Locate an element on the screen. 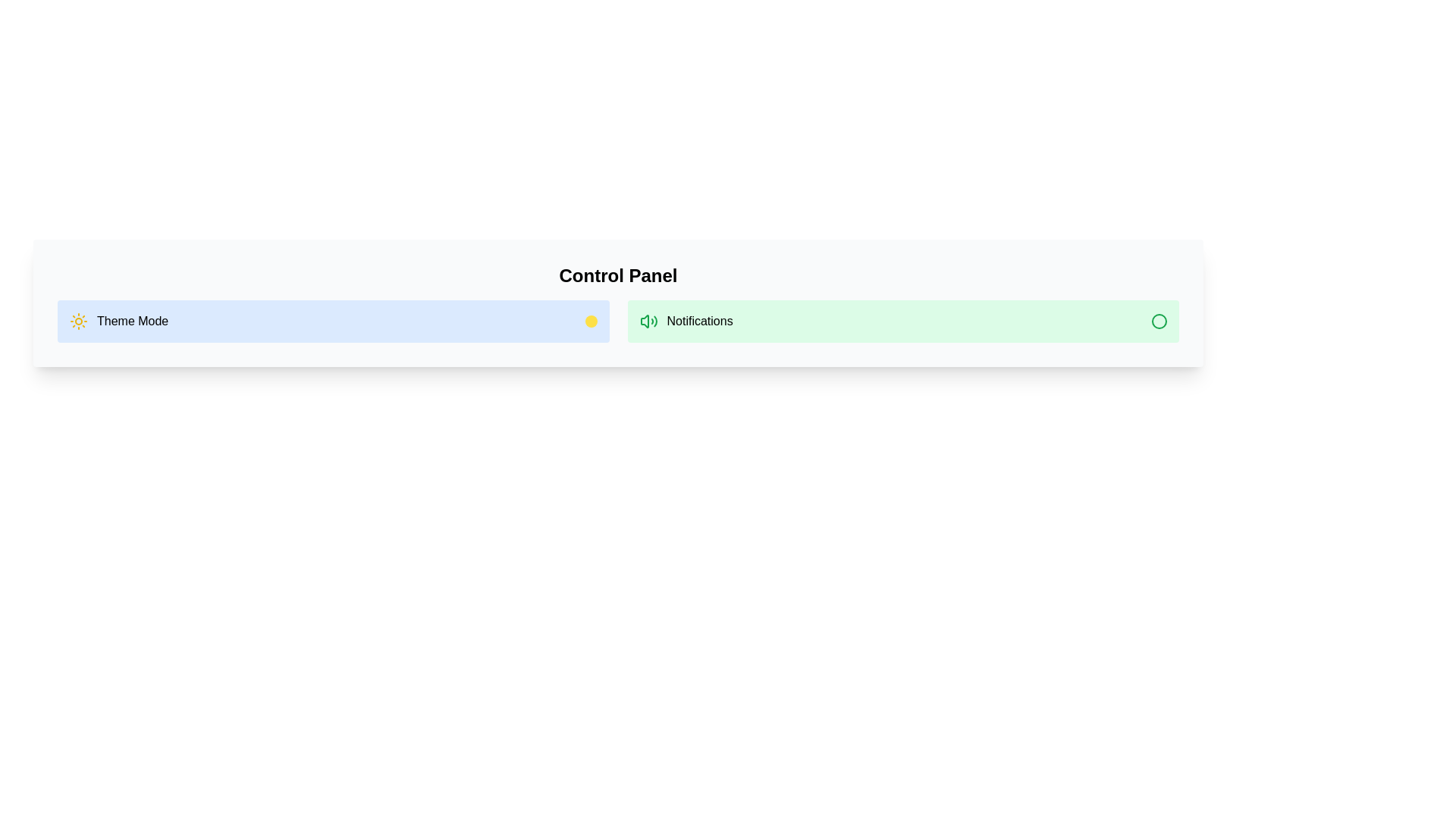 Image resolution: width=1456 pixels, height=819 pixels. the sun icon representing the 'Theme Mode' functionality located in the left panel of the control bar is located at coordinates (78, 321).